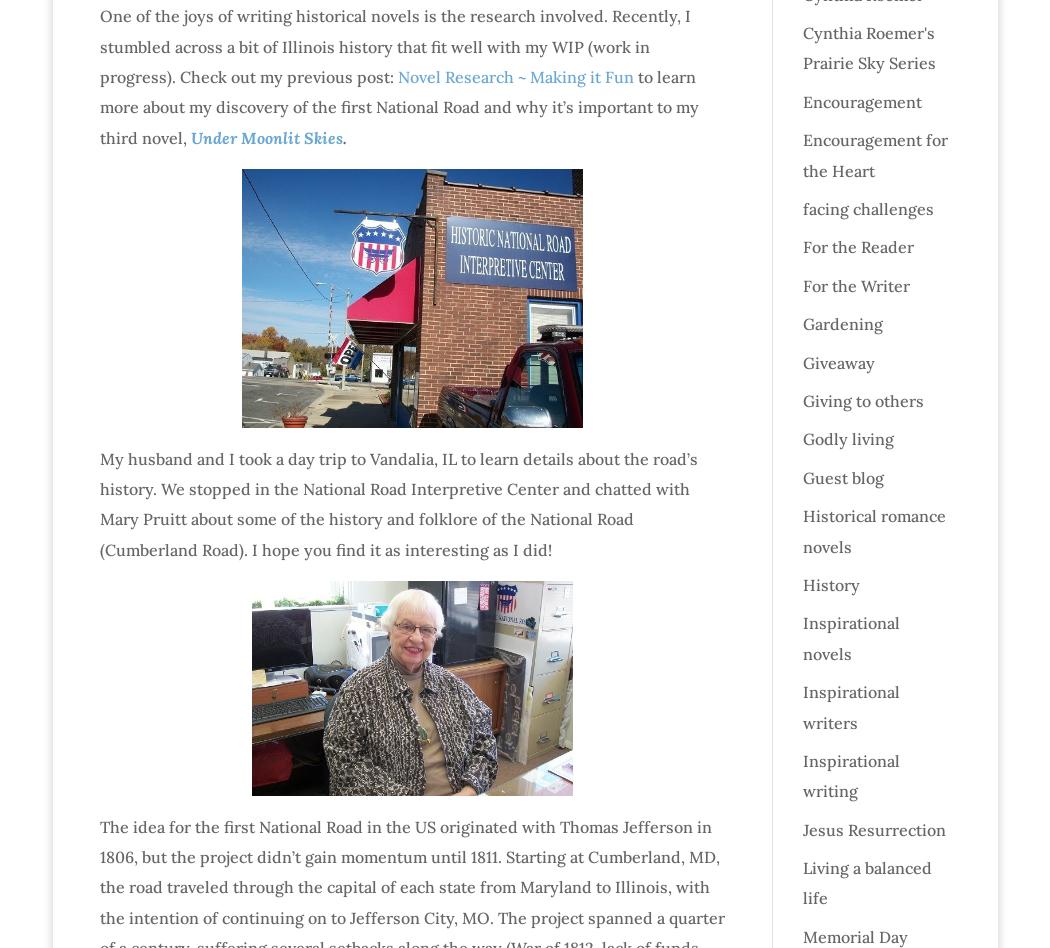 This screenshot has width=1050, height=948. I want to click on 'My husband and I took a day trip to Vandalia, IL to learn details about the road’s history. We stopped in the National Road Interpretive Center and chatted with Mary Pruitt about some of the history and folklore of the National Road (Cumberland Road). I hope you find it as interesting as I did!', so click(397, 503).